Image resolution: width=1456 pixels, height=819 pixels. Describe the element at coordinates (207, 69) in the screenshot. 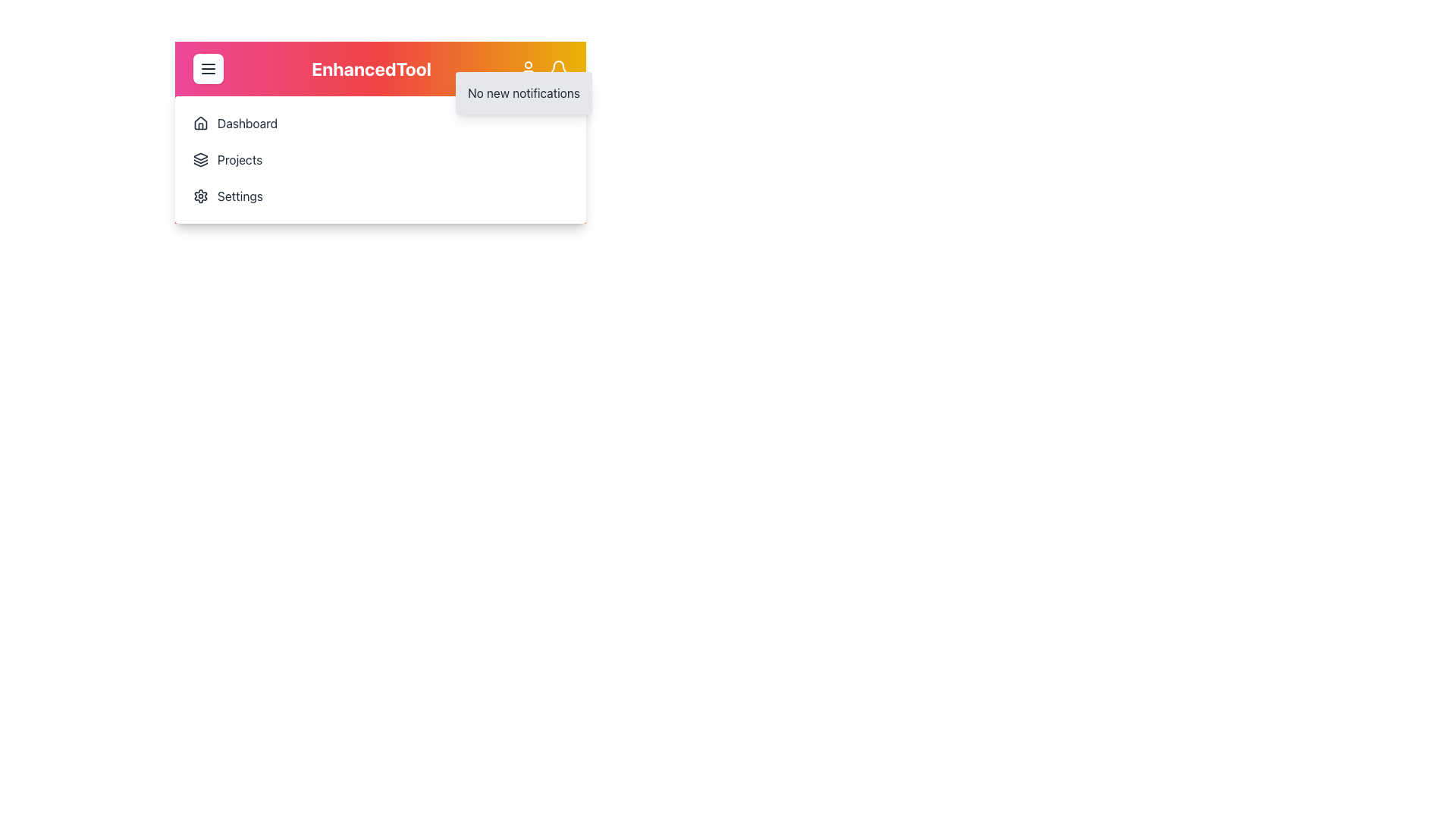

I see `the menu toggle button located next to the 'EnhancedTool' logo` at that location.